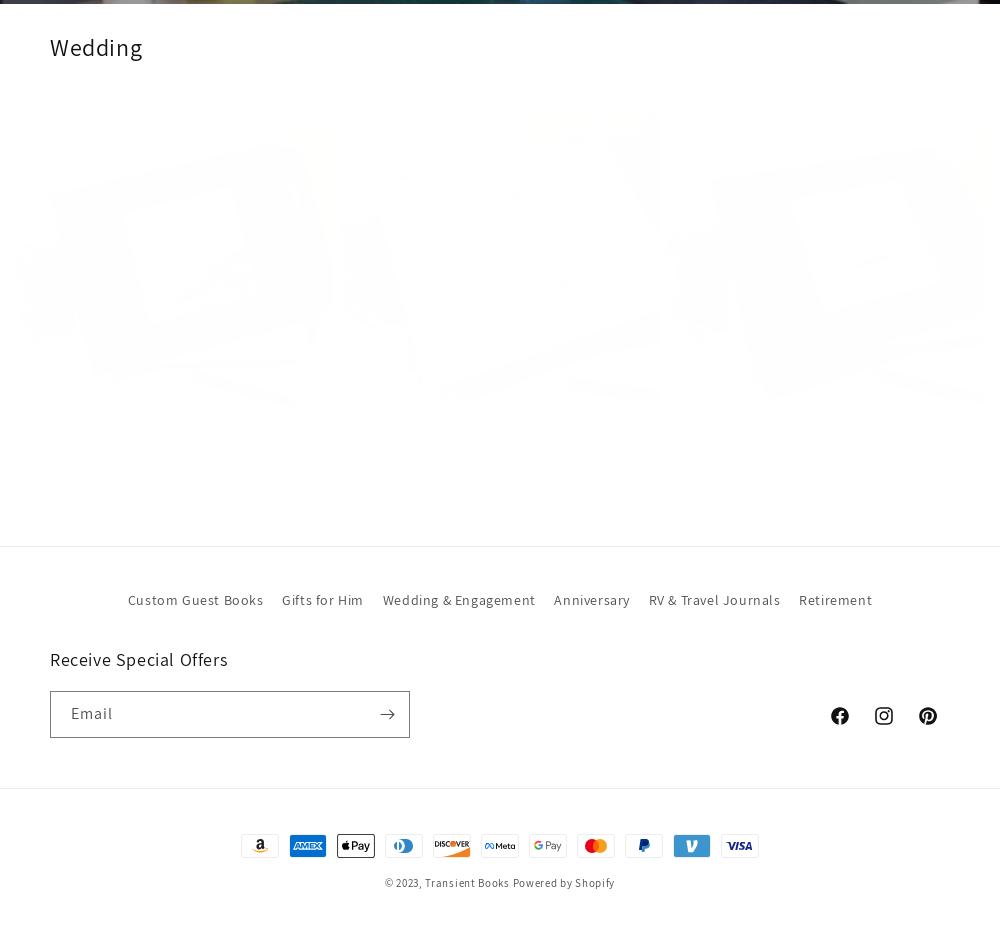 The image size is (1000, 928). I want to click on 'RV & Travel Journals', so click(713, 599).